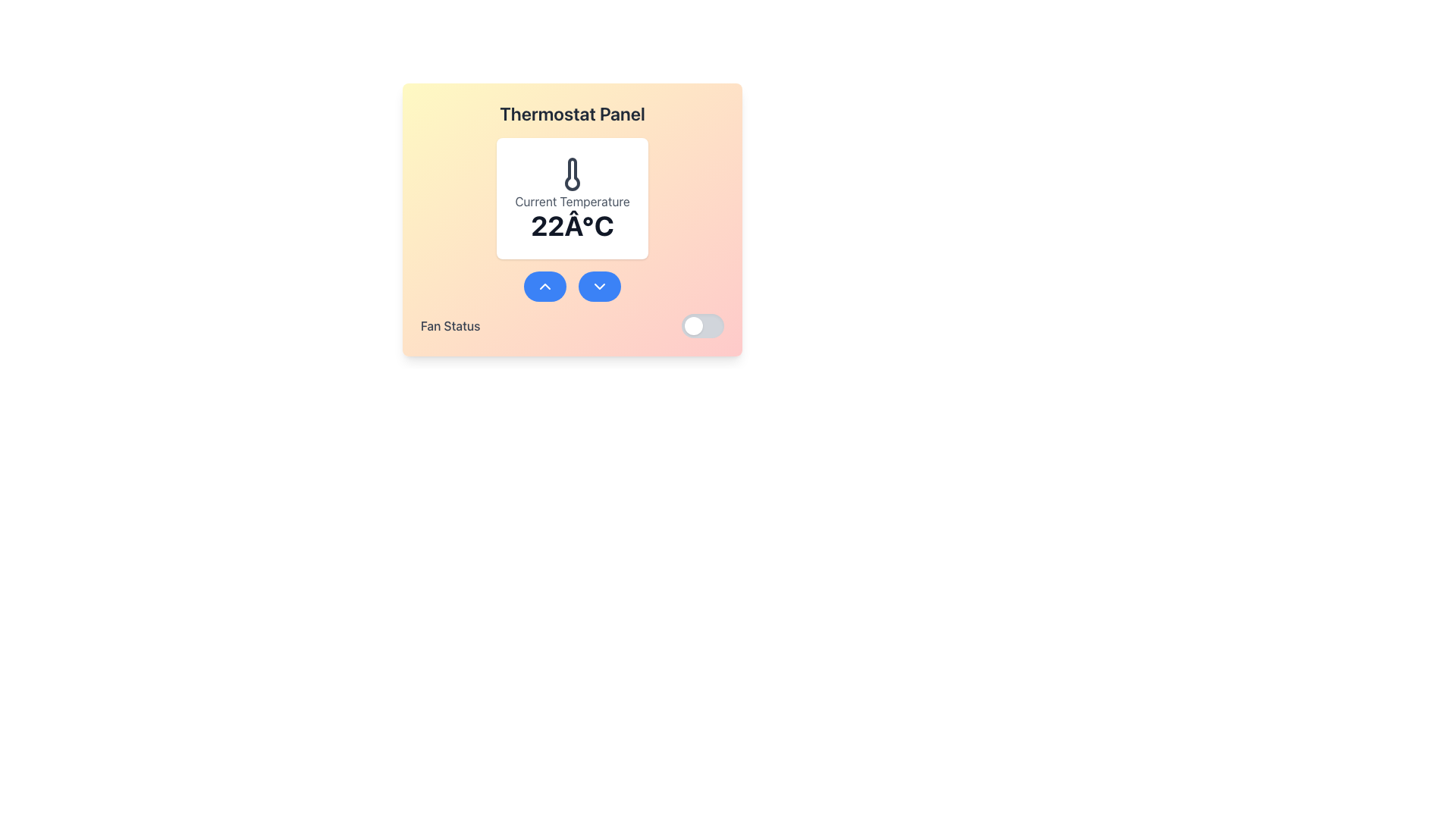 The image size is (1456, 819). Describe the element at coordinates (545, 287) in the screenshot. I see `the blue circular button with a white upward-pointing arrow located below the current temperature display in the thermostat panel` at that location.